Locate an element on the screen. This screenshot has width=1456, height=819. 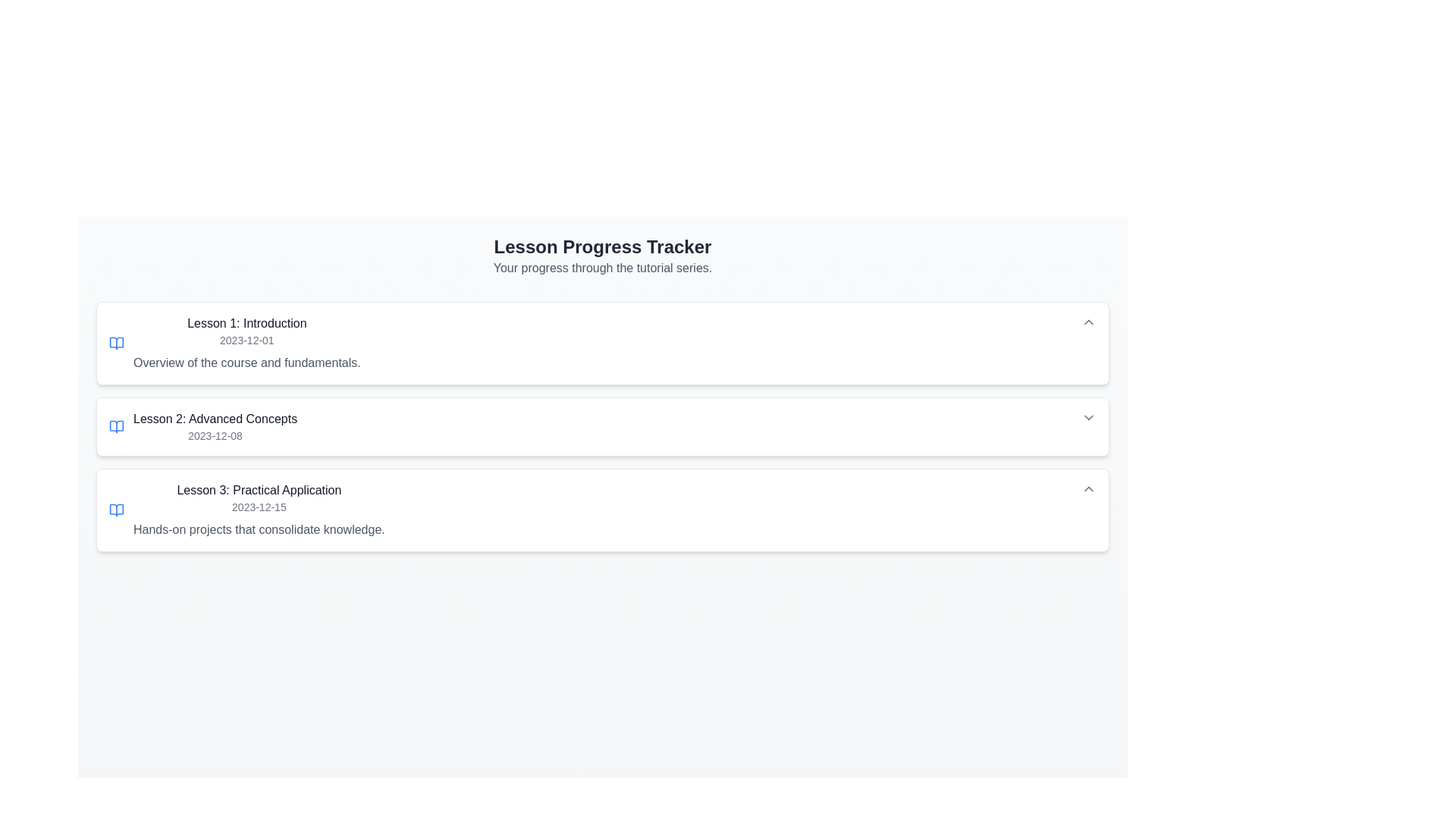
the text label displaying '2023-12-01', which is styled with a small gray font and positioned below the title 'Lesson 1: Introduction' in the card layout is located at coordinates (246, 339).